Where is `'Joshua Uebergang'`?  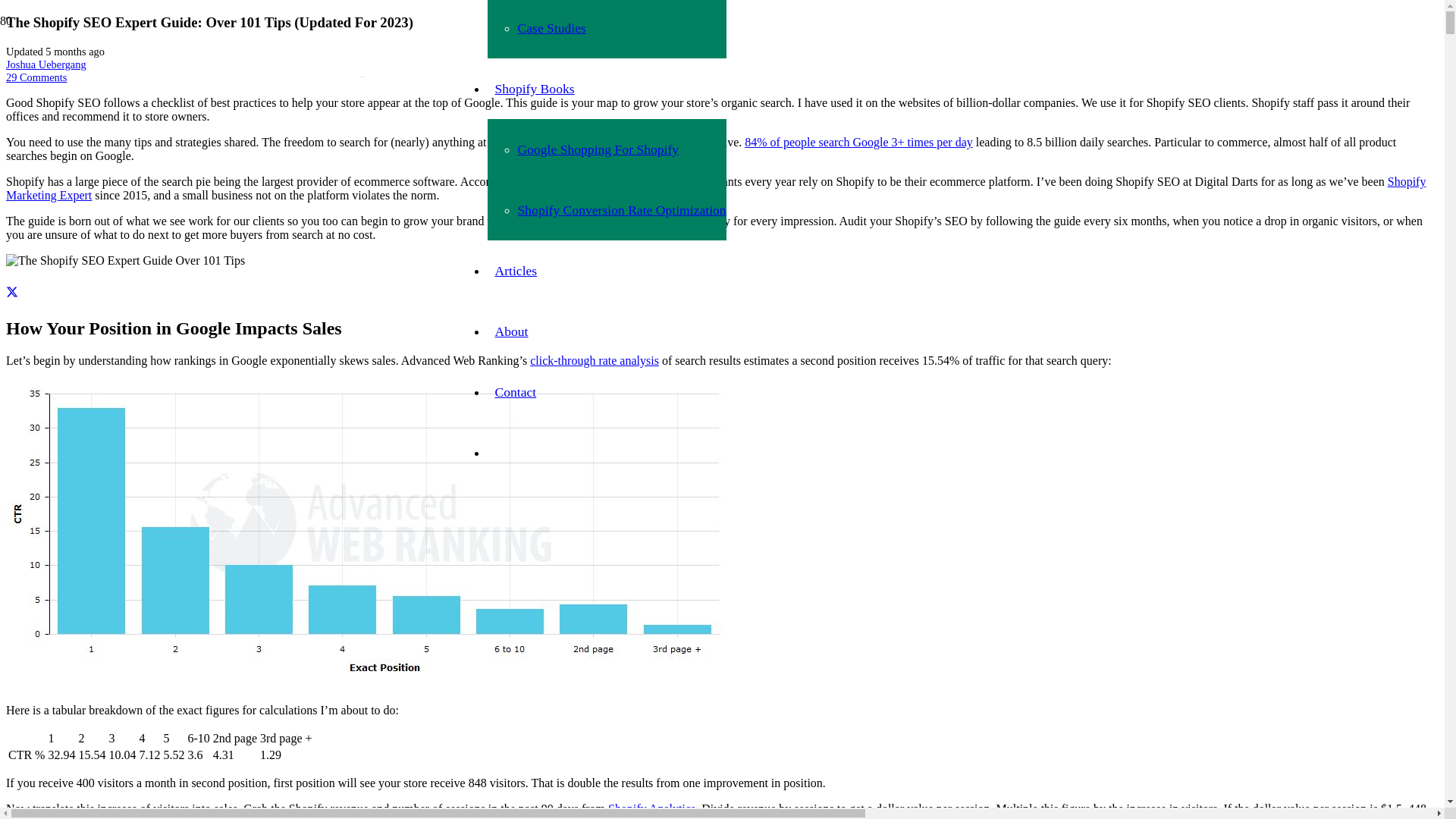 'Joshua Uebergang' is located at coordinates (46, 63).